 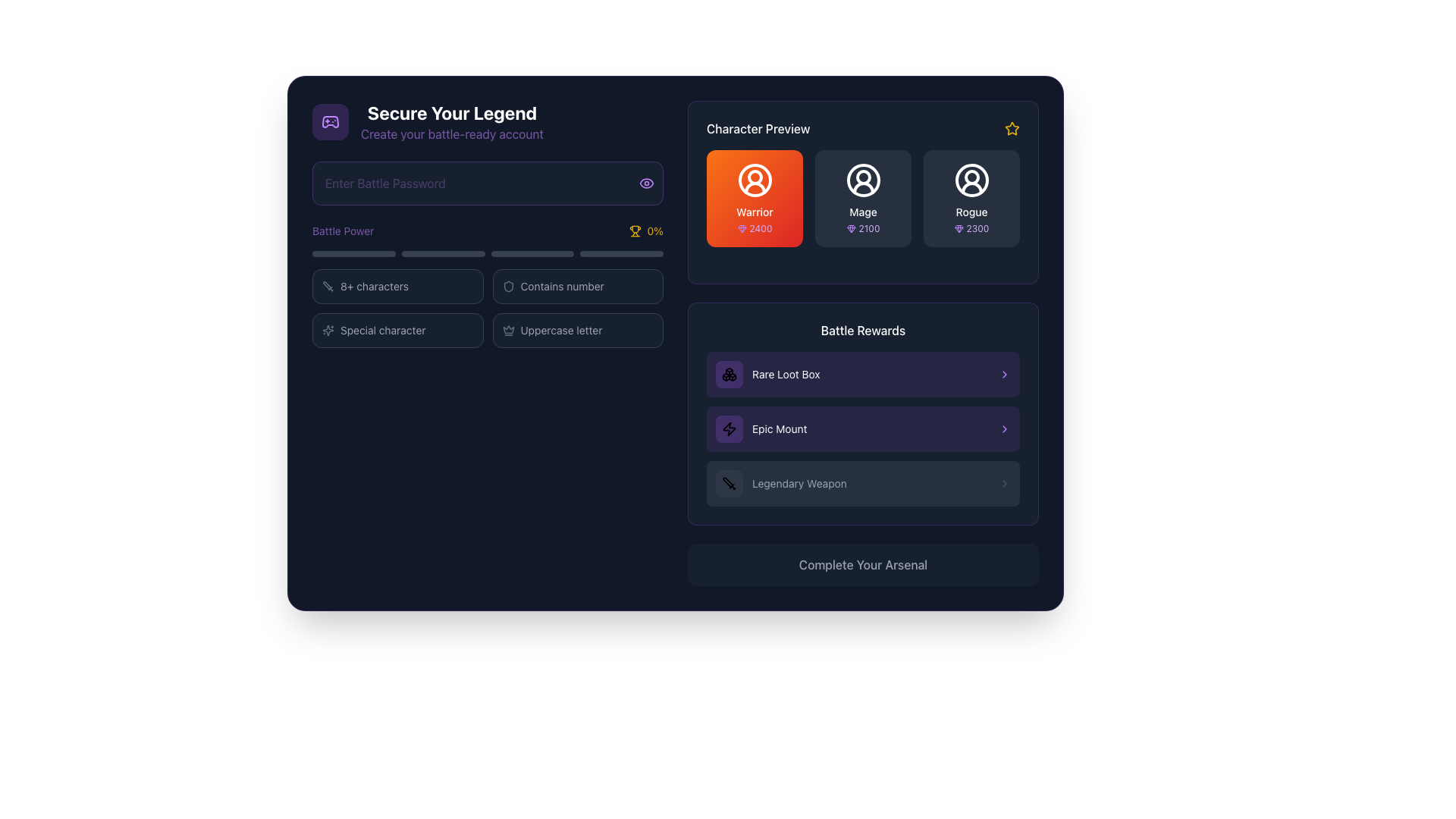 I want to click on the Text label displaying 'Legendary Weapon' next to the sword icon, located in the 'Battle Rewards' section beneath the 'Epic Mount' label, so click(x=781, y=483).